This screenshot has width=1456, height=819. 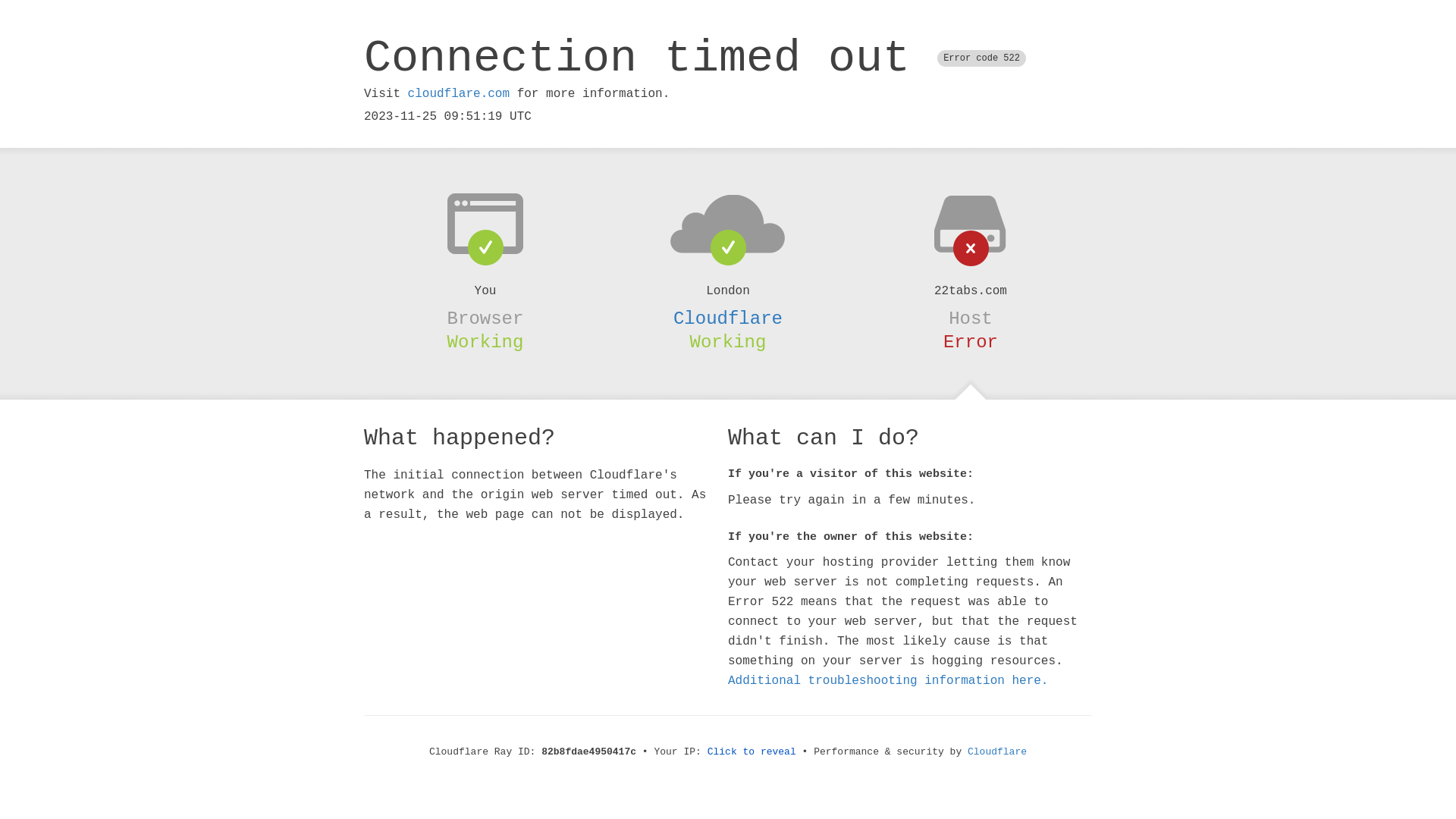 I want to click on 'Click to reveal', so click(x=752, y=752).